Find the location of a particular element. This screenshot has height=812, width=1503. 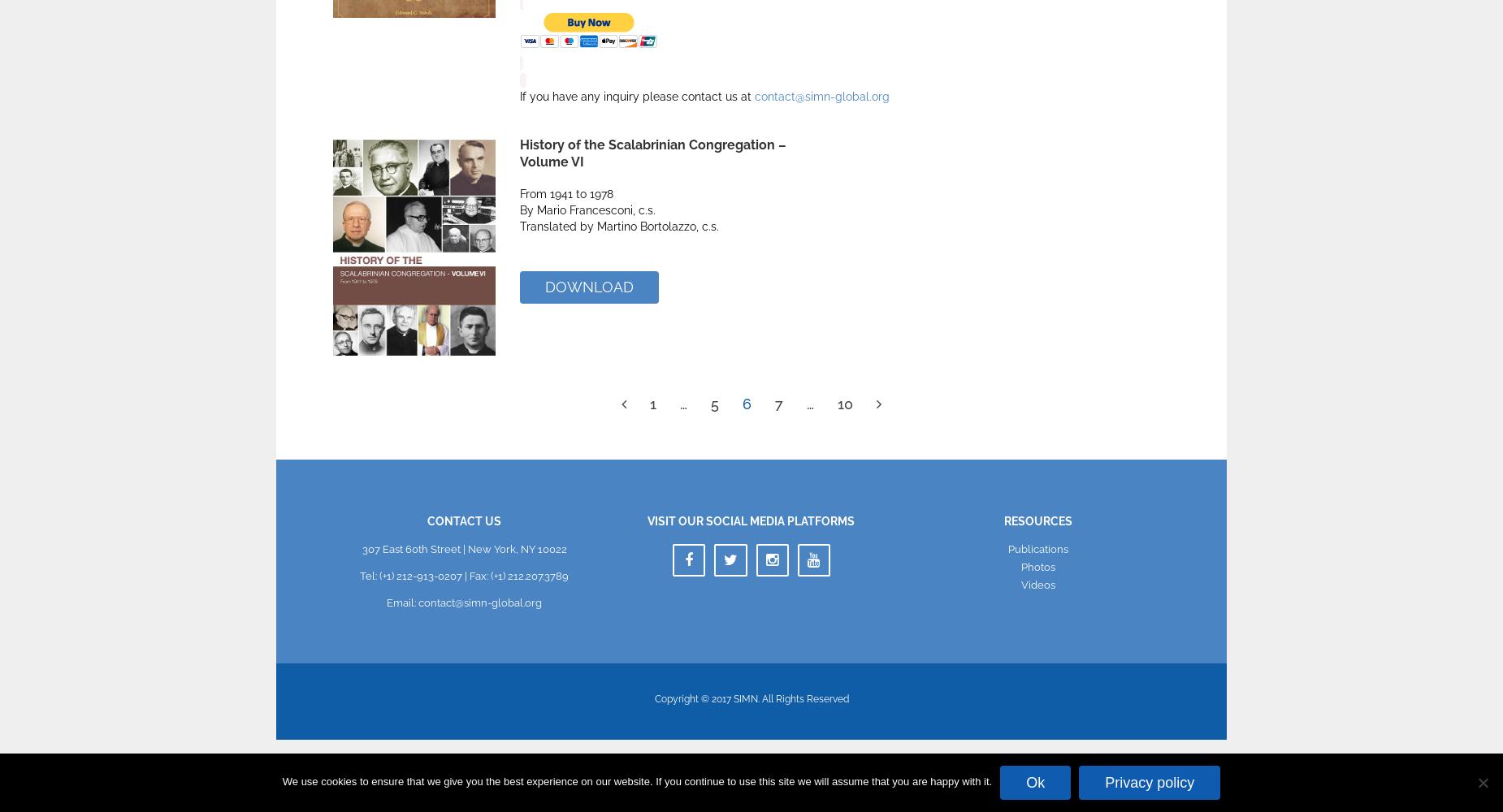

'6' is located at coordinates (743, 402).